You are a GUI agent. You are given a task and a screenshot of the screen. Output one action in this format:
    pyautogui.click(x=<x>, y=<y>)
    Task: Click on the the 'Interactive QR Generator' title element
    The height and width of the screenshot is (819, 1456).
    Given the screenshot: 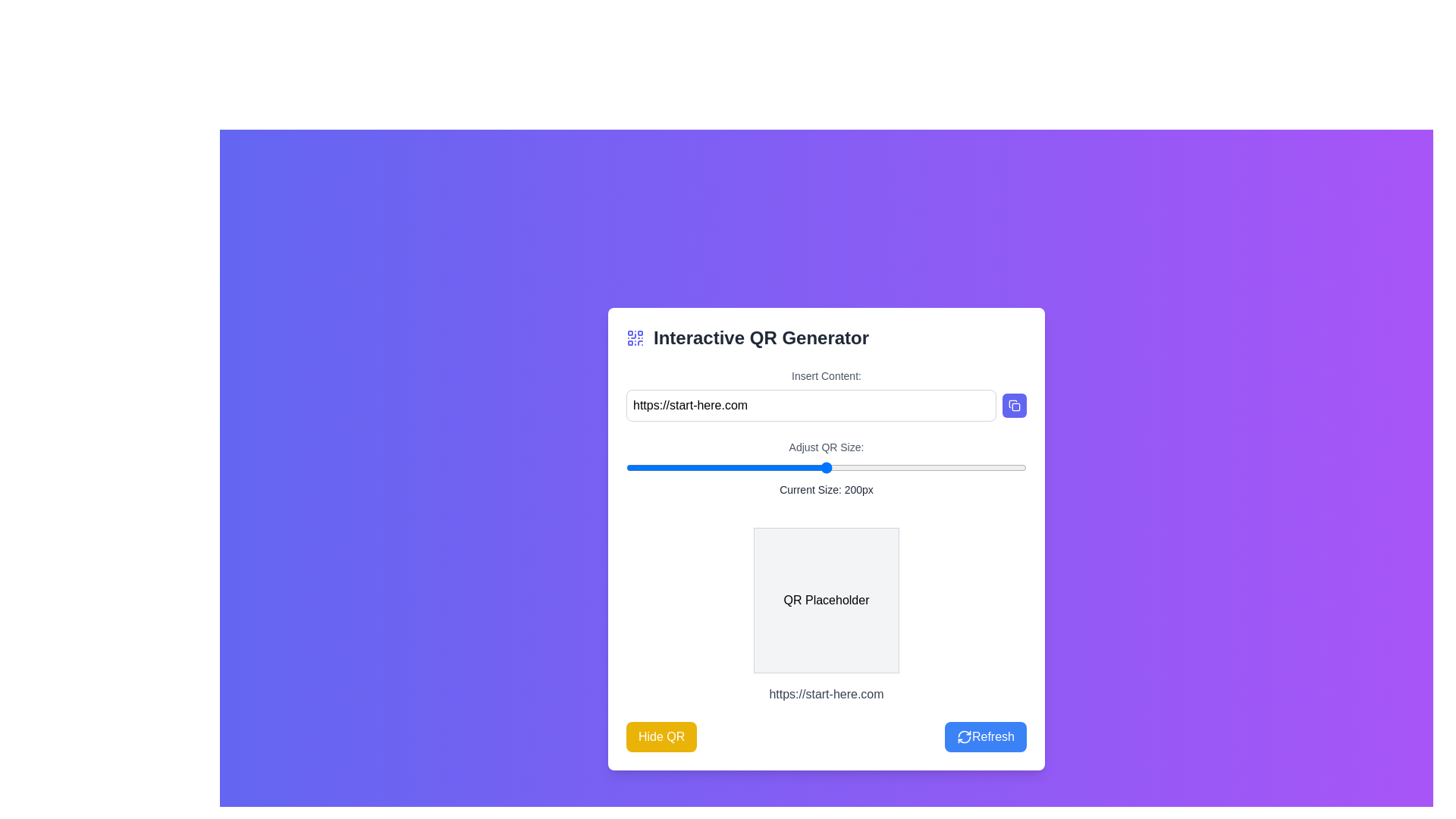 What is the action you would take?
    pyautogui.click(x=825, y=337)
    